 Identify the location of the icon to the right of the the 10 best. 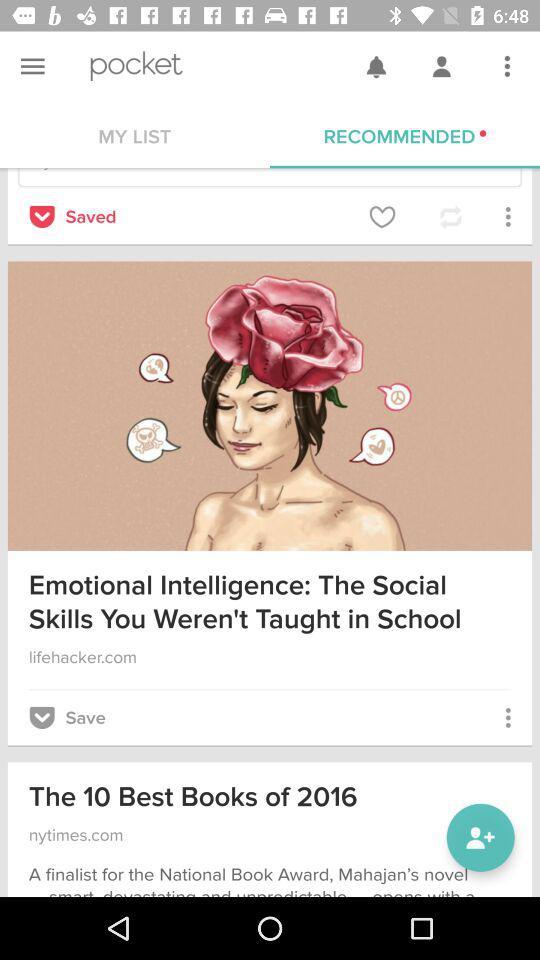
(479, 837).